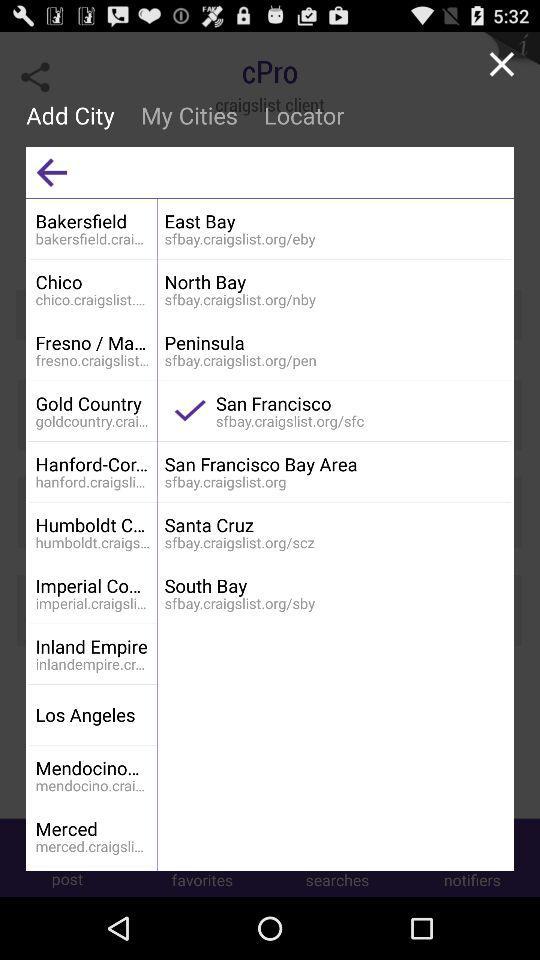 The width and height of the screenshot is (540, 960). I want to click on the imperial county app, so click(92, 585).